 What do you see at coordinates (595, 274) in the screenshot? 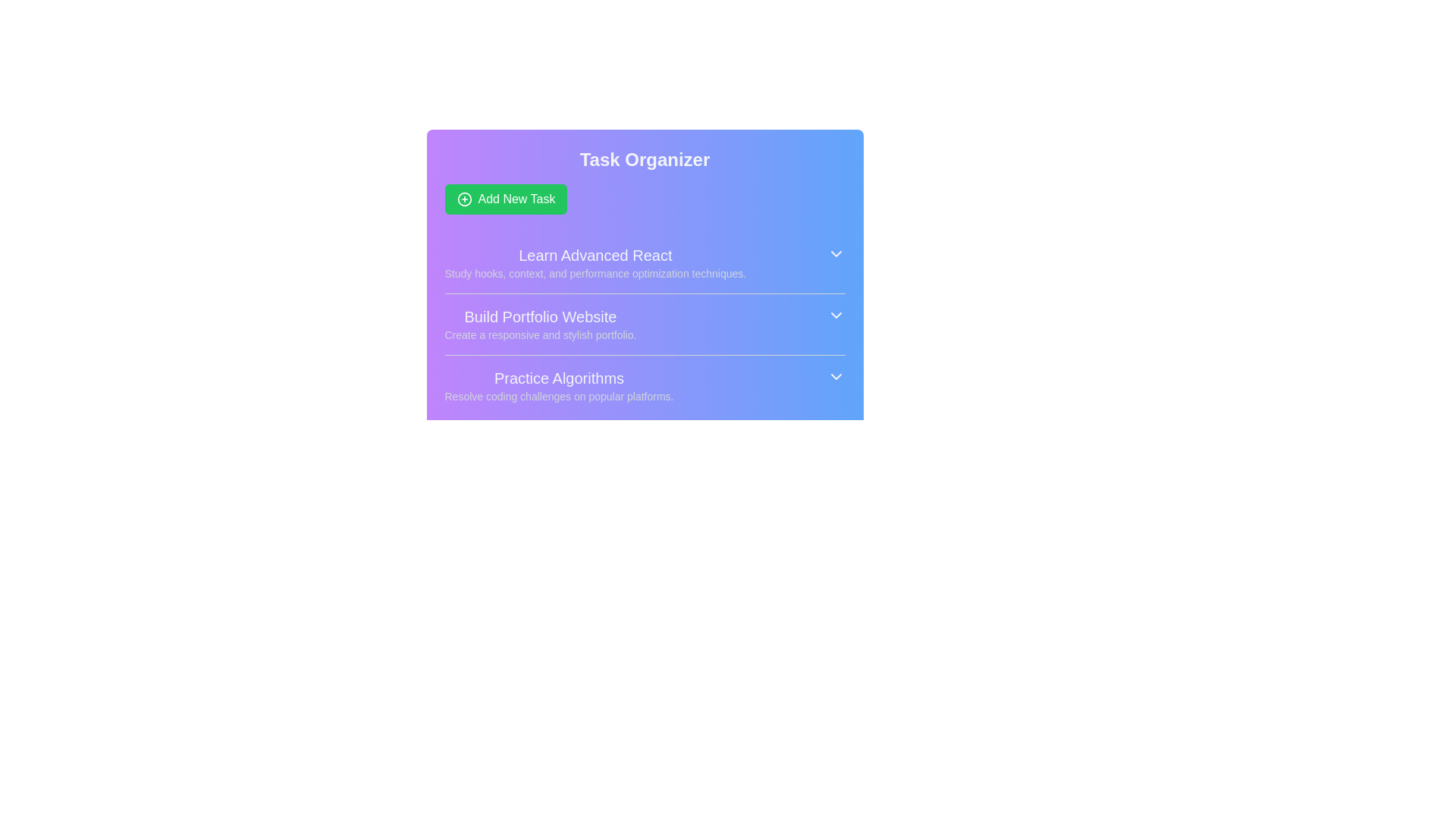
I see `the descriptive text element that provides additional explanation about the 'Learn Advanced React' section, located just below its heading` at bounding box center [595, 274].